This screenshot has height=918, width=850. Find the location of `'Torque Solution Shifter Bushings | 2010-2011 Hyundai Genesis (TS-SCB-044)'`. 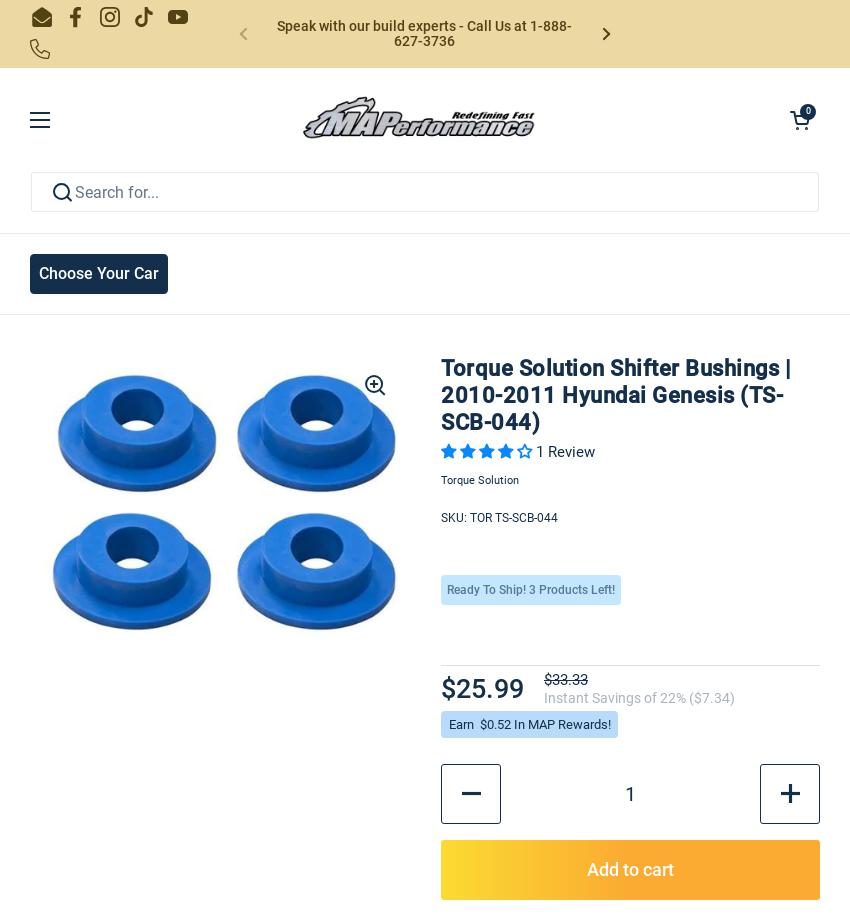

'Torque Solution Shifter Bushings | 2010-2011 Hyundai Genesis (TS-SCB-044)' is located at coordinates (614, 393).